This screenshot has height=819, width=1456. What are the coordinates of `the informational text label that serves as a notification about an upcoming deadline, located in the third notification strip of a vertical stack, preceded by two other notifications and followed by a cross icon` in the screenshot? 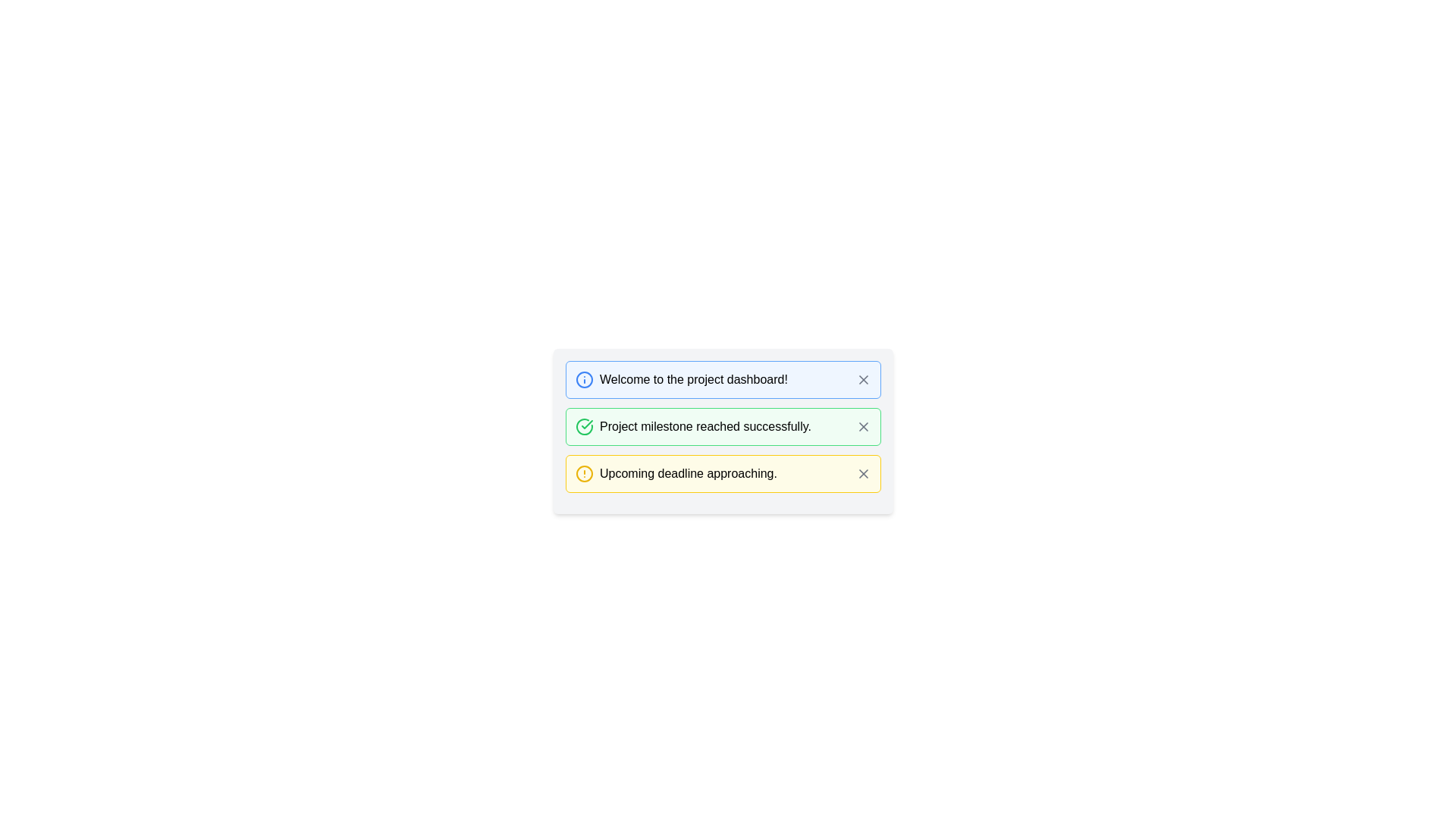 It's located at (687, 472).